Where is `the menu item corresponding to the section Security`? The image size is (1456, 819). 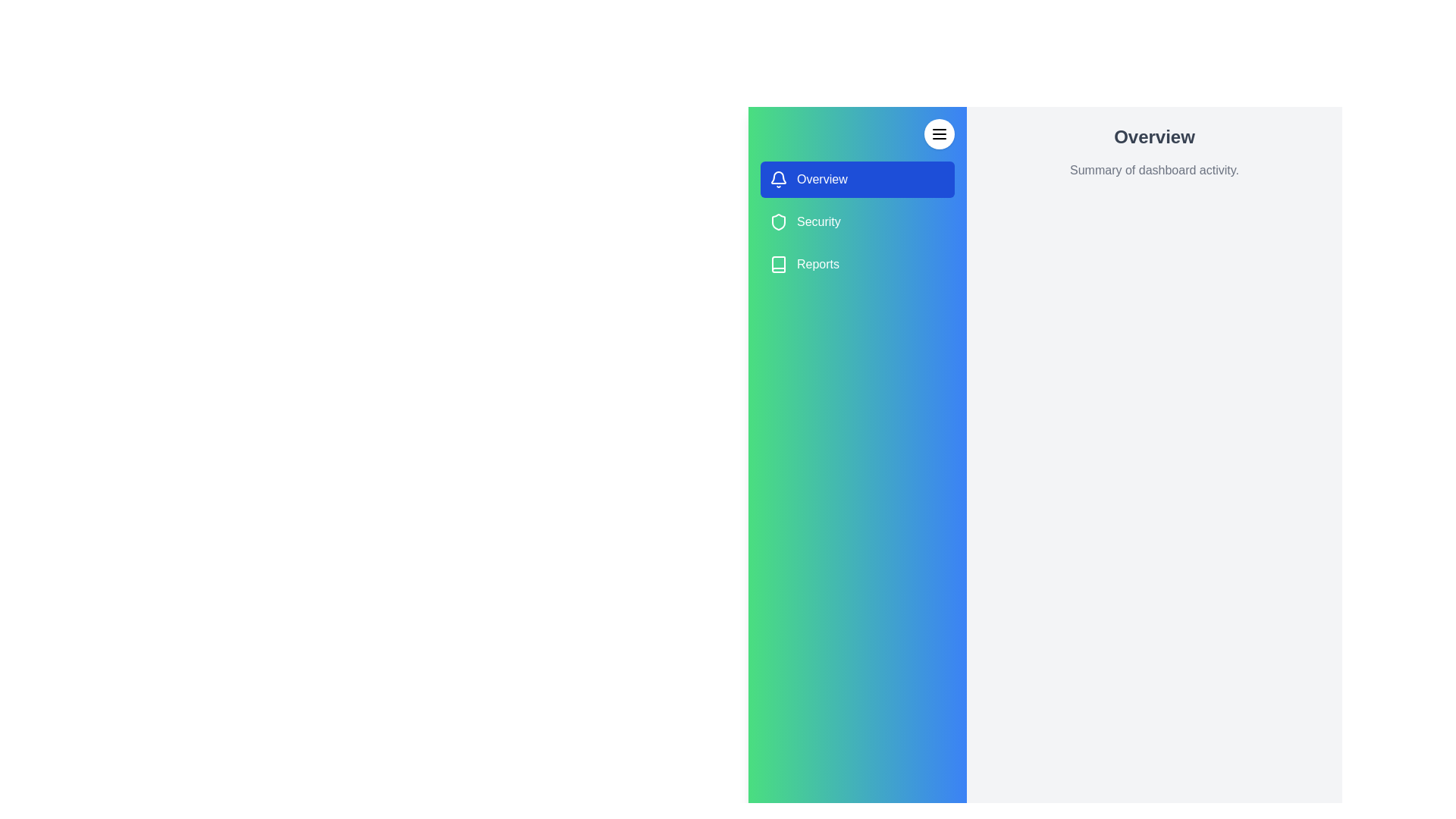 the menu item corresponding to the section Security is located at coordinates (858, 222).